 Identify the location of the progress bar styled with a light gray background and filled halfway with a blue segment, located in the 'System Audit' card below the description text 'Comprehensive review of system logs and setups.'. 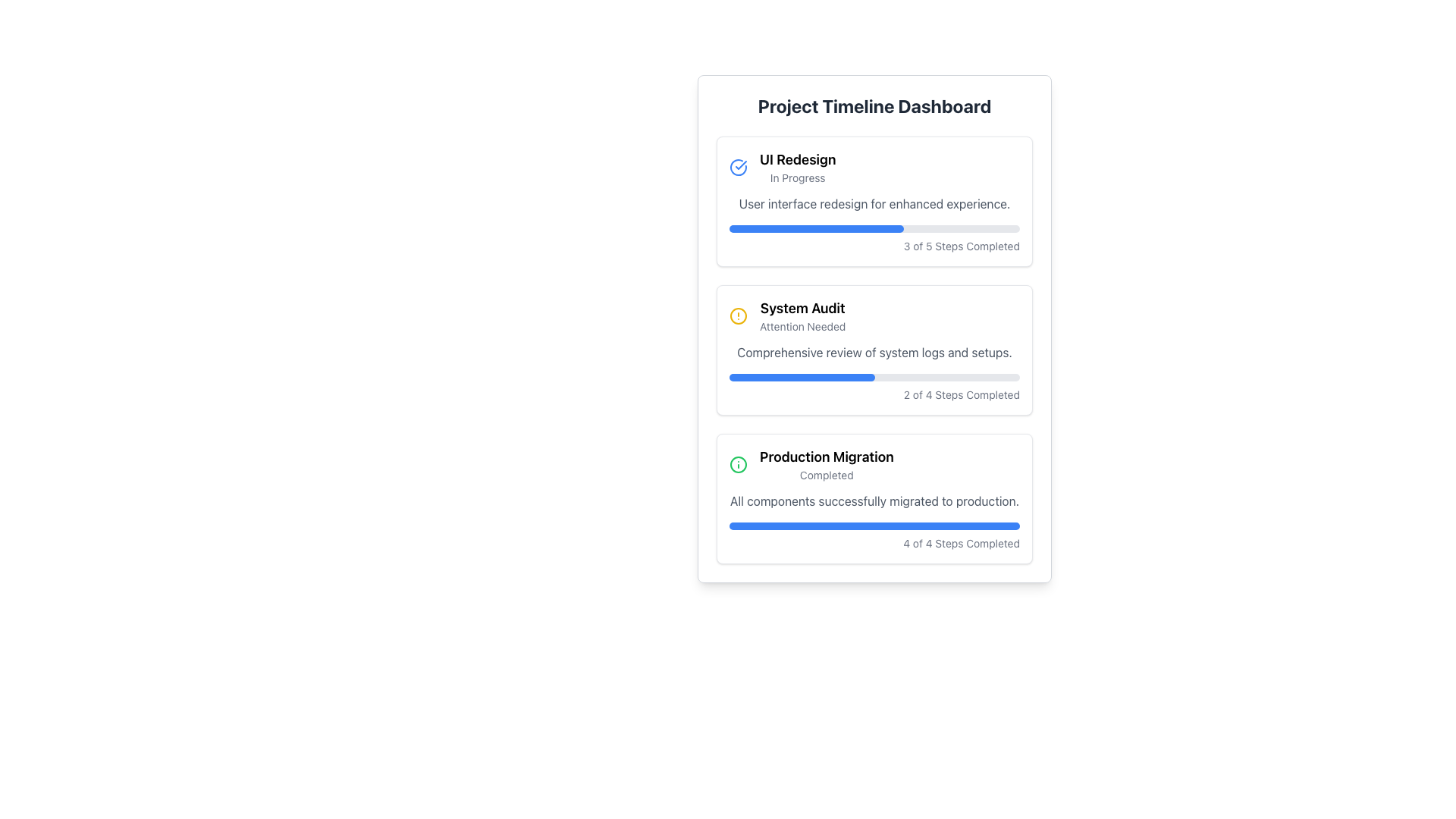
(874, 376).